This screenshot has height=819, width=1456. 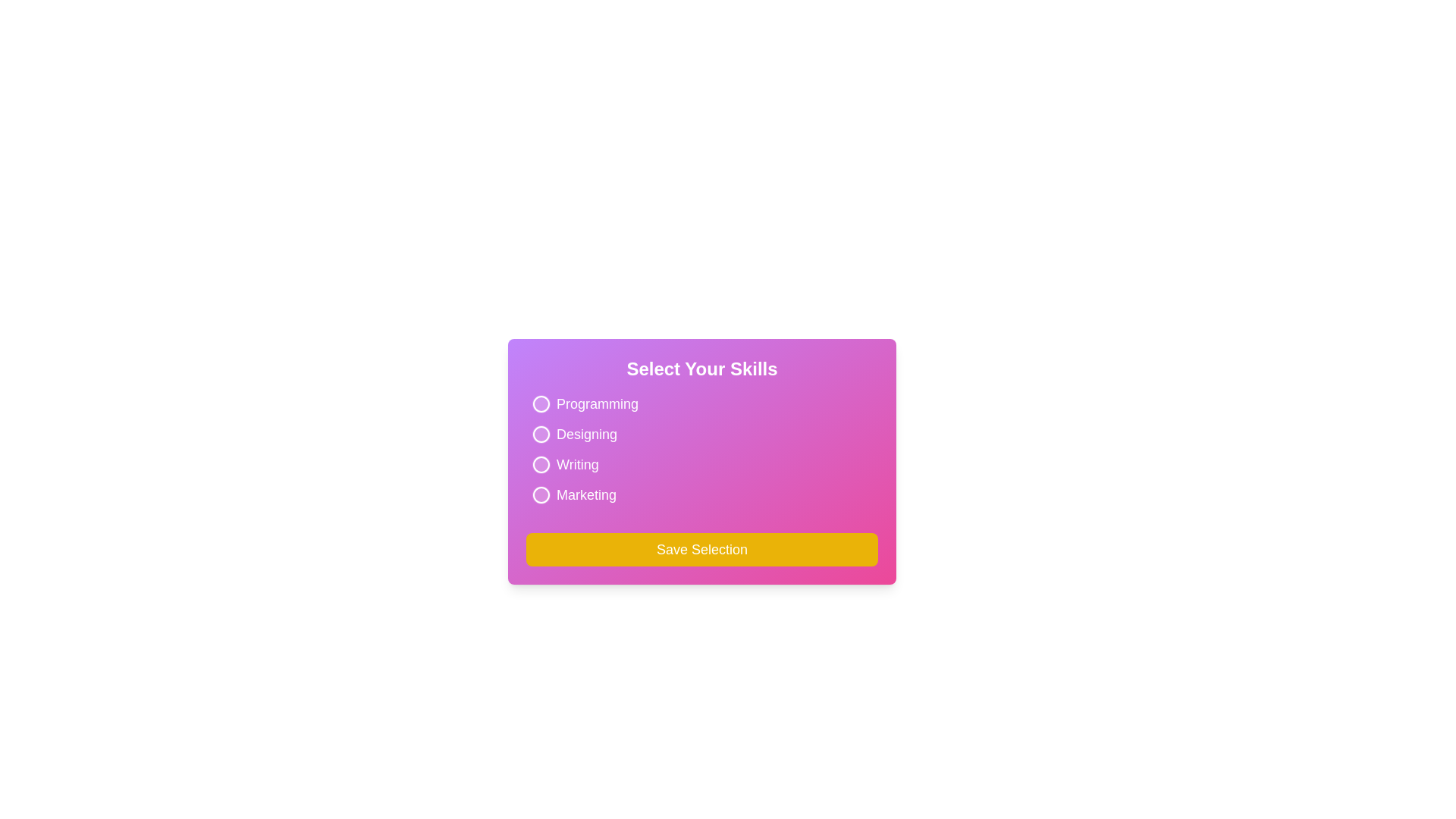 What do you see at coordinates (562, 464) in the screenshot?
I see `the interactive element for Writing` at bounding box center [562, 464].